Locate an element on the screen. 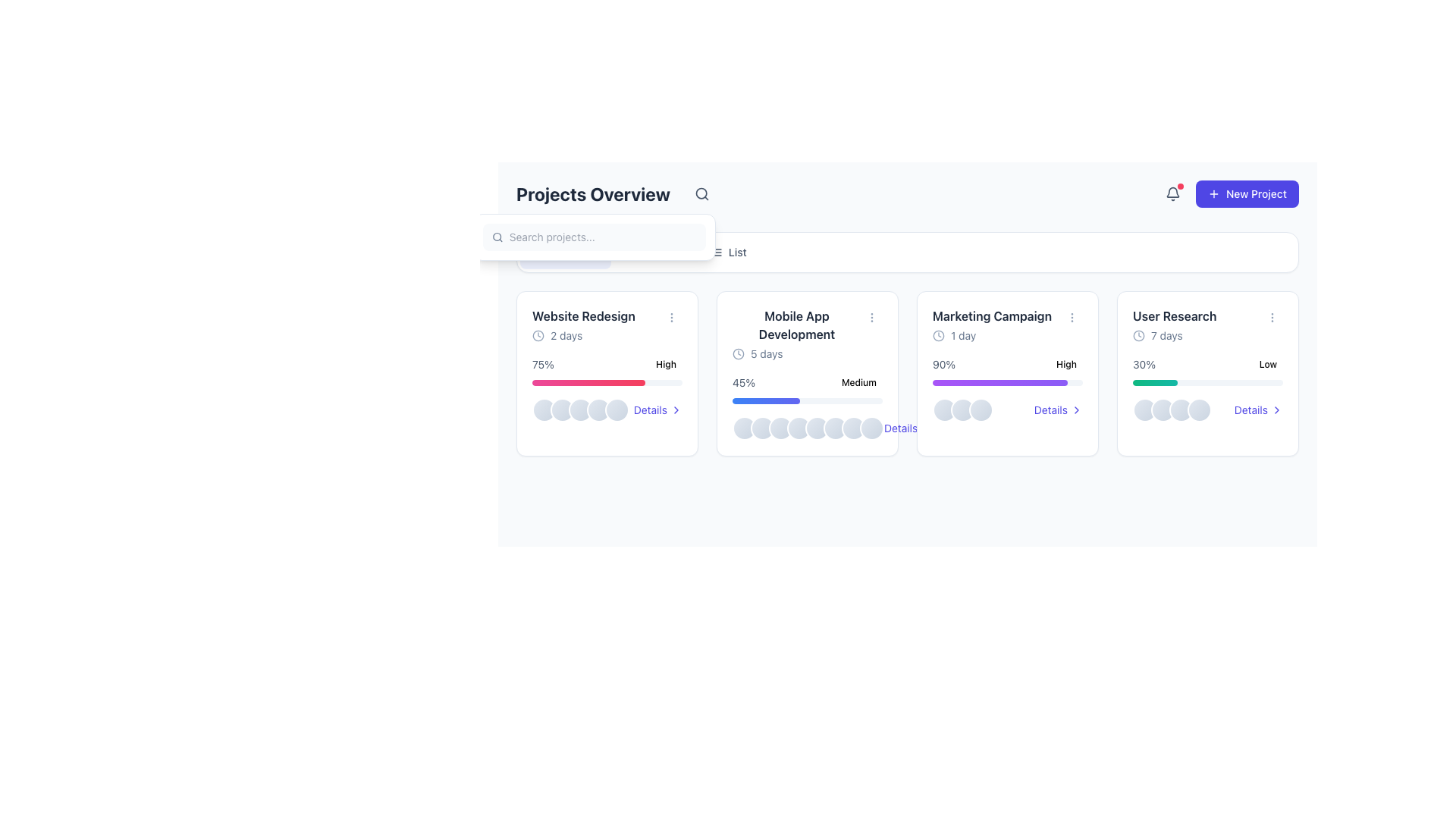 Image resolution: width=1456 pixels, height=819 pixels. the 'Details' text link located in the bottom-right section of the 'Website Redesign' card is located at coordinates (650, 409).